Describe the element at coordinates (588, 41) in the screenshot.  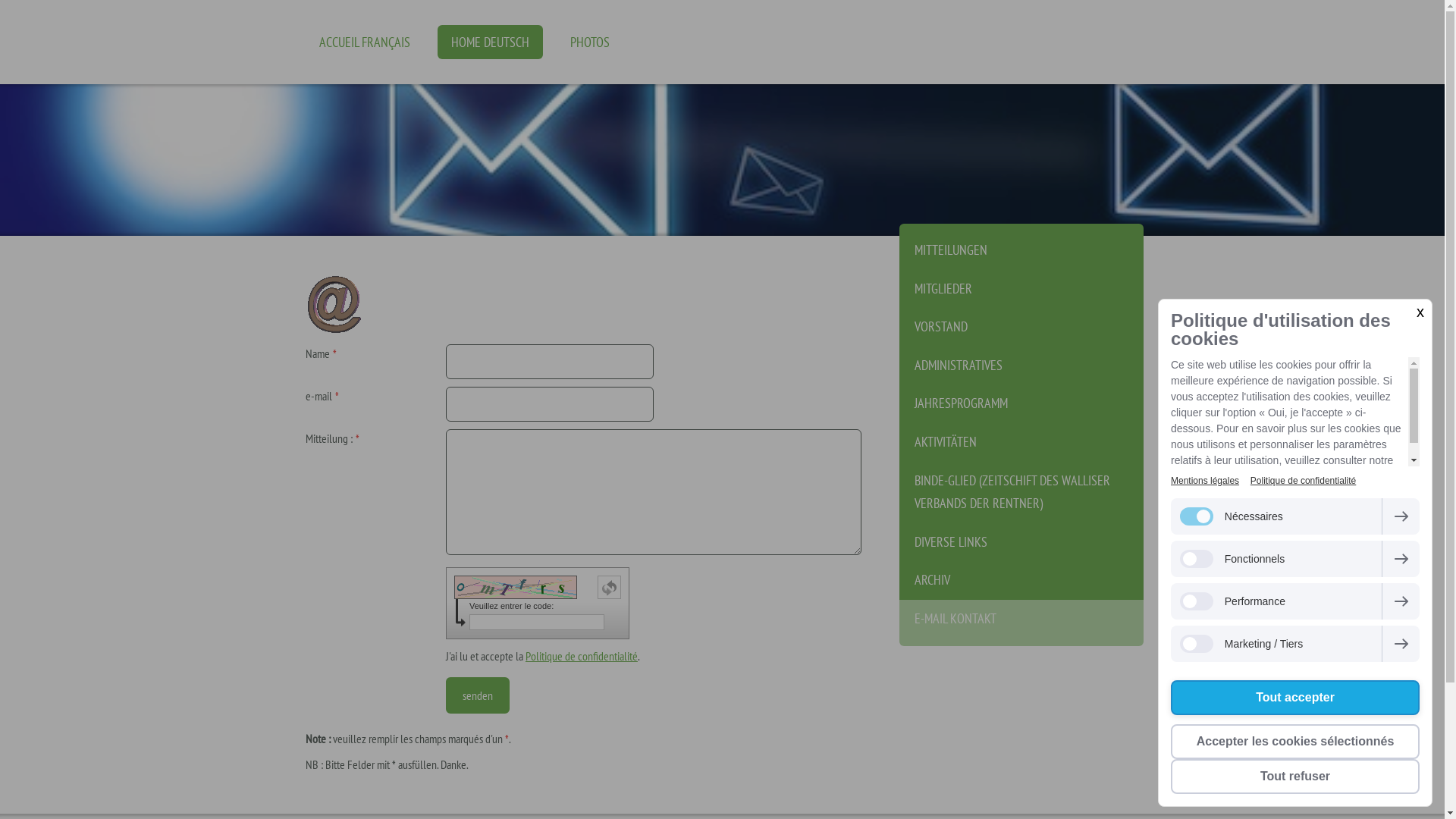
I see `'PHOTOS'` at that location.